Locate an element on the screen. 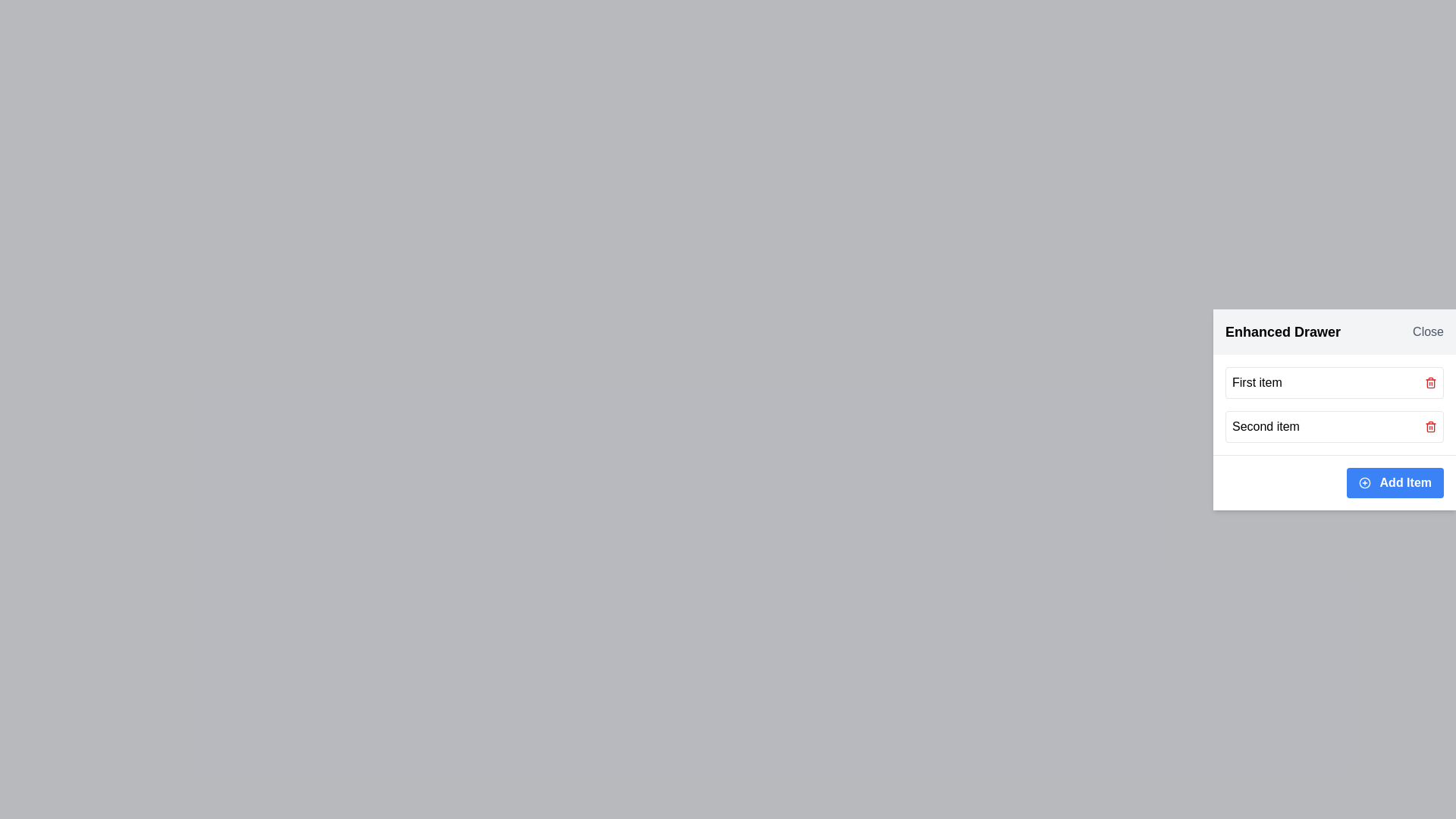 The image size is (1456, 819). the add item button located at the bottom of the 'Enhanced Drawer' section to observe the hover style changes is located at coordinates (1395, 482).